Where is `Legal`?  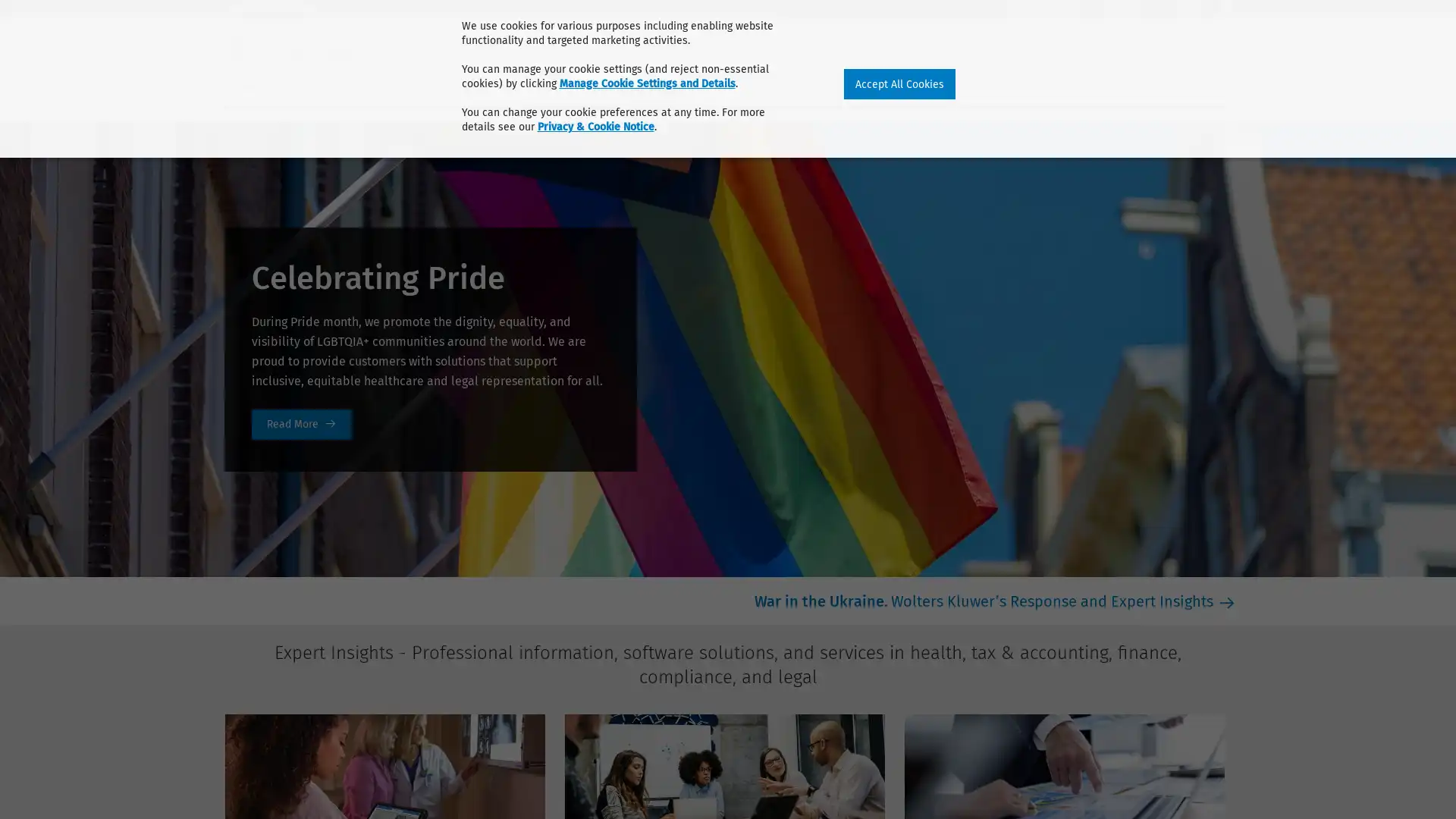 Legal is located at coordinates (666, 85).